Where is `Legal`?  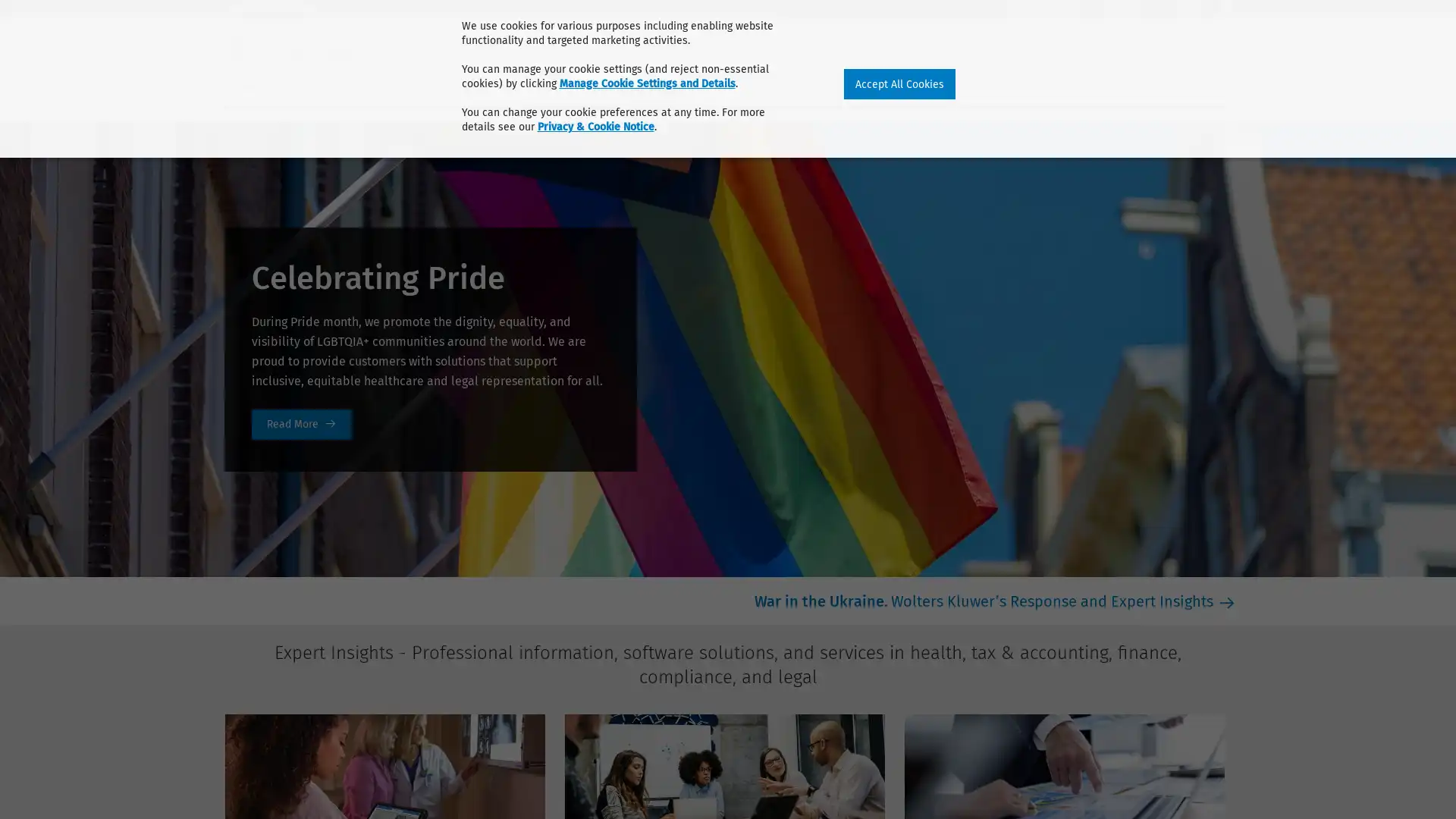 Legal is located at coordinates (666, 85).